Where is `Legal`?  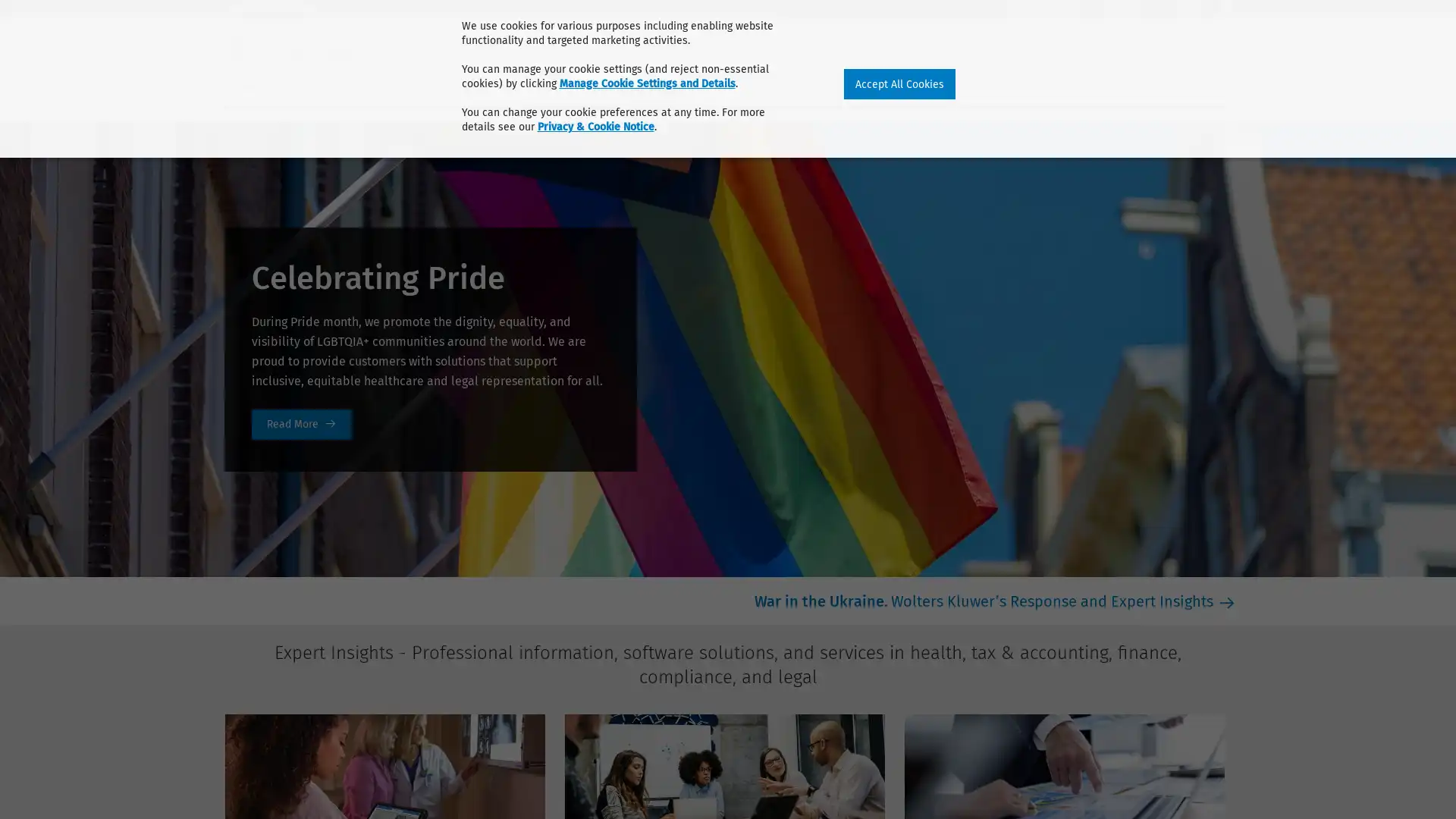 Legal is located at coordinates (666, 85).